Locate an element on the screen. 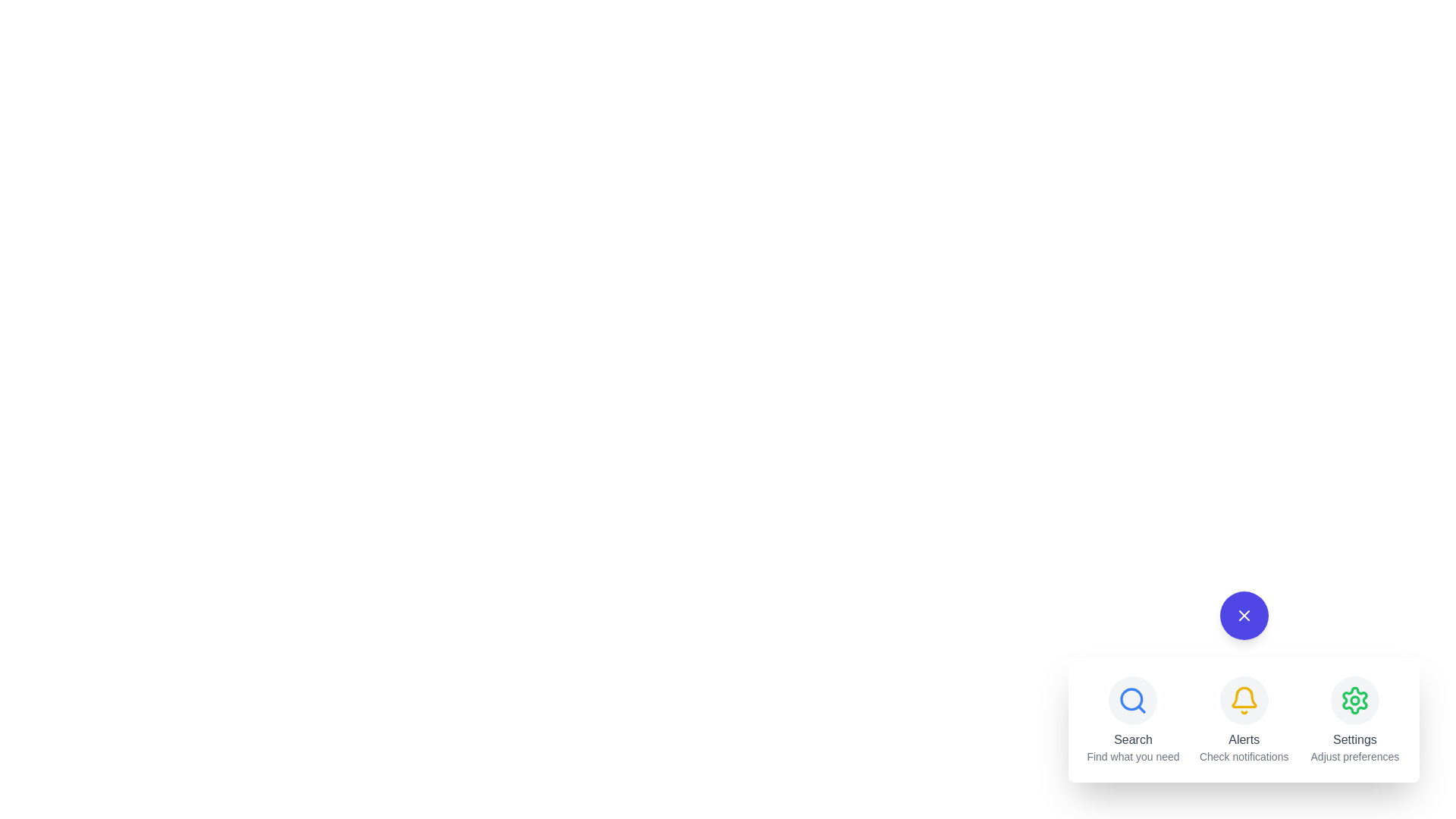  the Settings button to perform its action is located at coordinates (1354, 701).